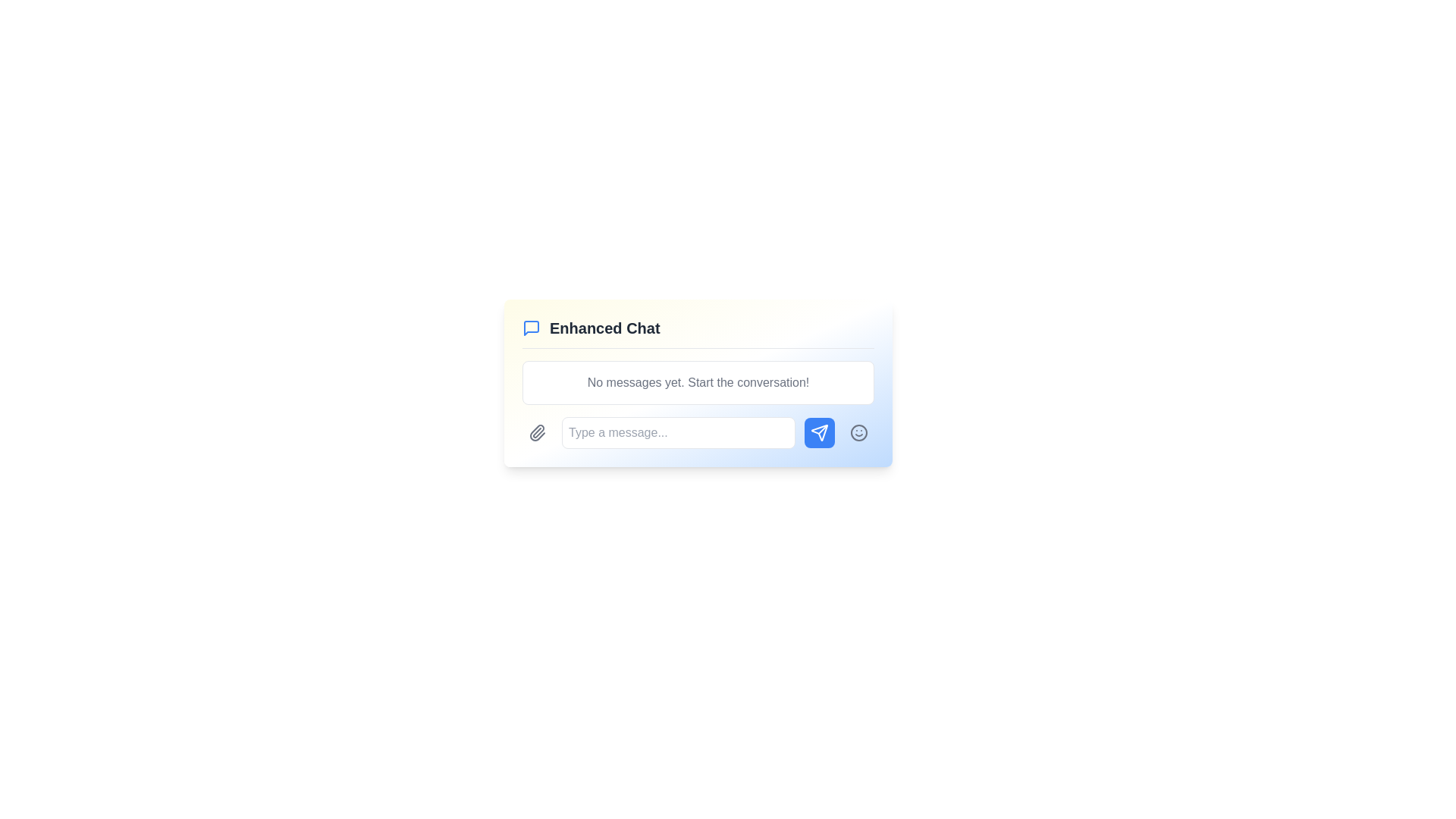 The height and width of the screenshot is (819, 1456). What do you see at coordinates (538, 432) in the screenshot?
I see `the file attachment button located` at bounding box center [538, 432].